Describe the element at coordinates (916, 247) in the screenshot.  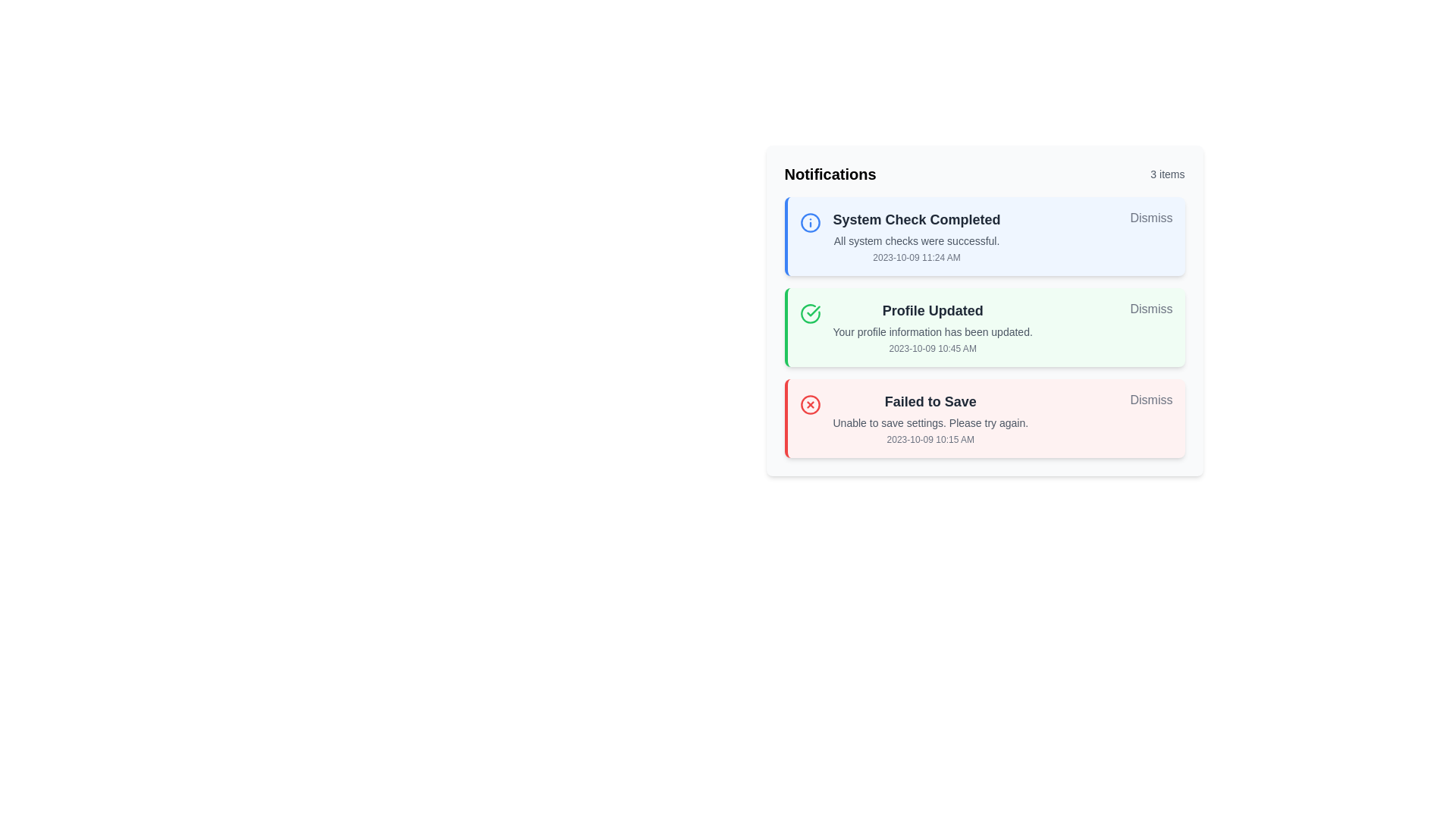
I see `the informational text block that provides an update about the successful completion of system checks, located below 'System Check Completed'` at that location.